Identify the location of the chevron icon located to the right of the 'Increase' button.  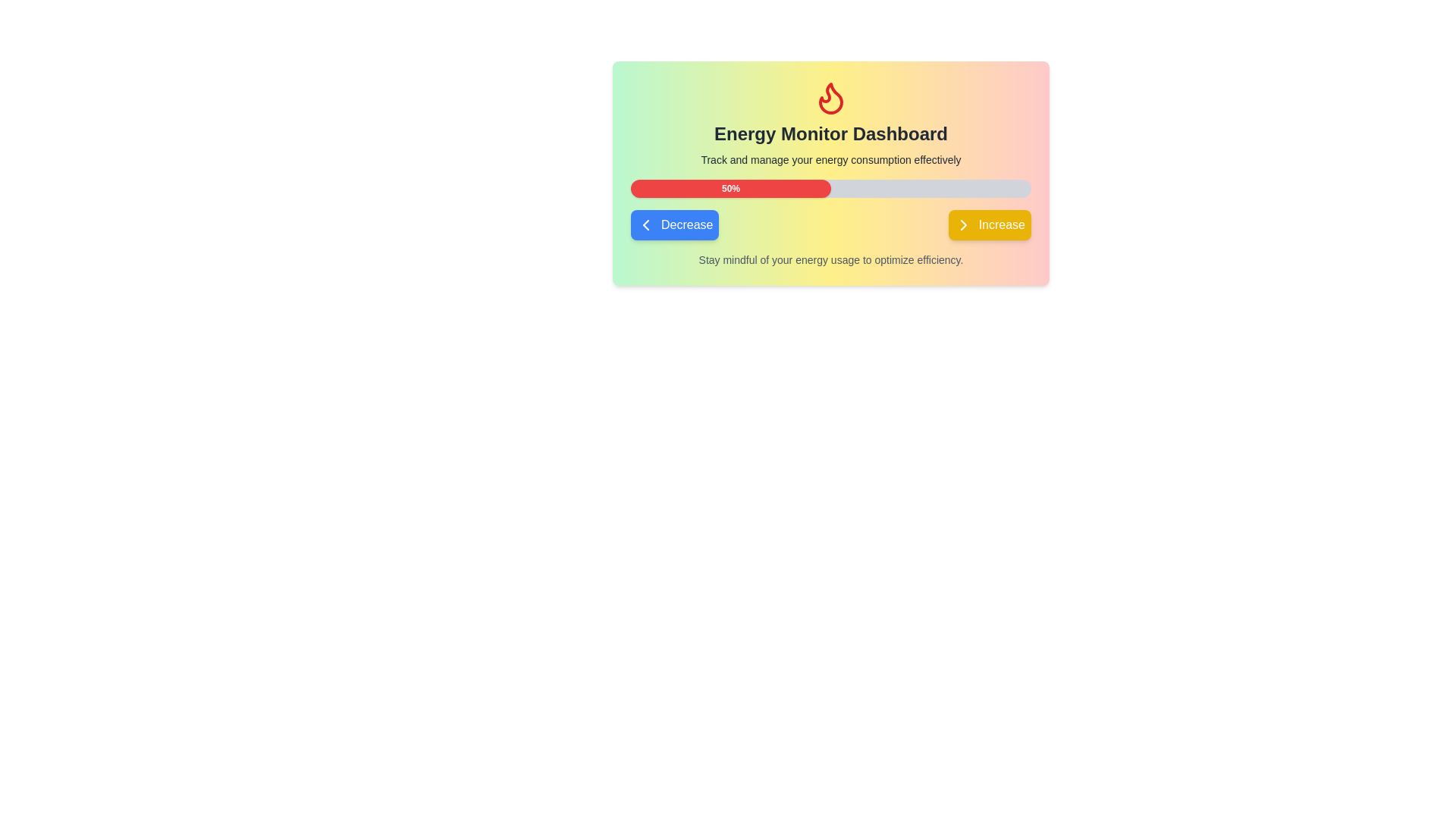
(962, 225).